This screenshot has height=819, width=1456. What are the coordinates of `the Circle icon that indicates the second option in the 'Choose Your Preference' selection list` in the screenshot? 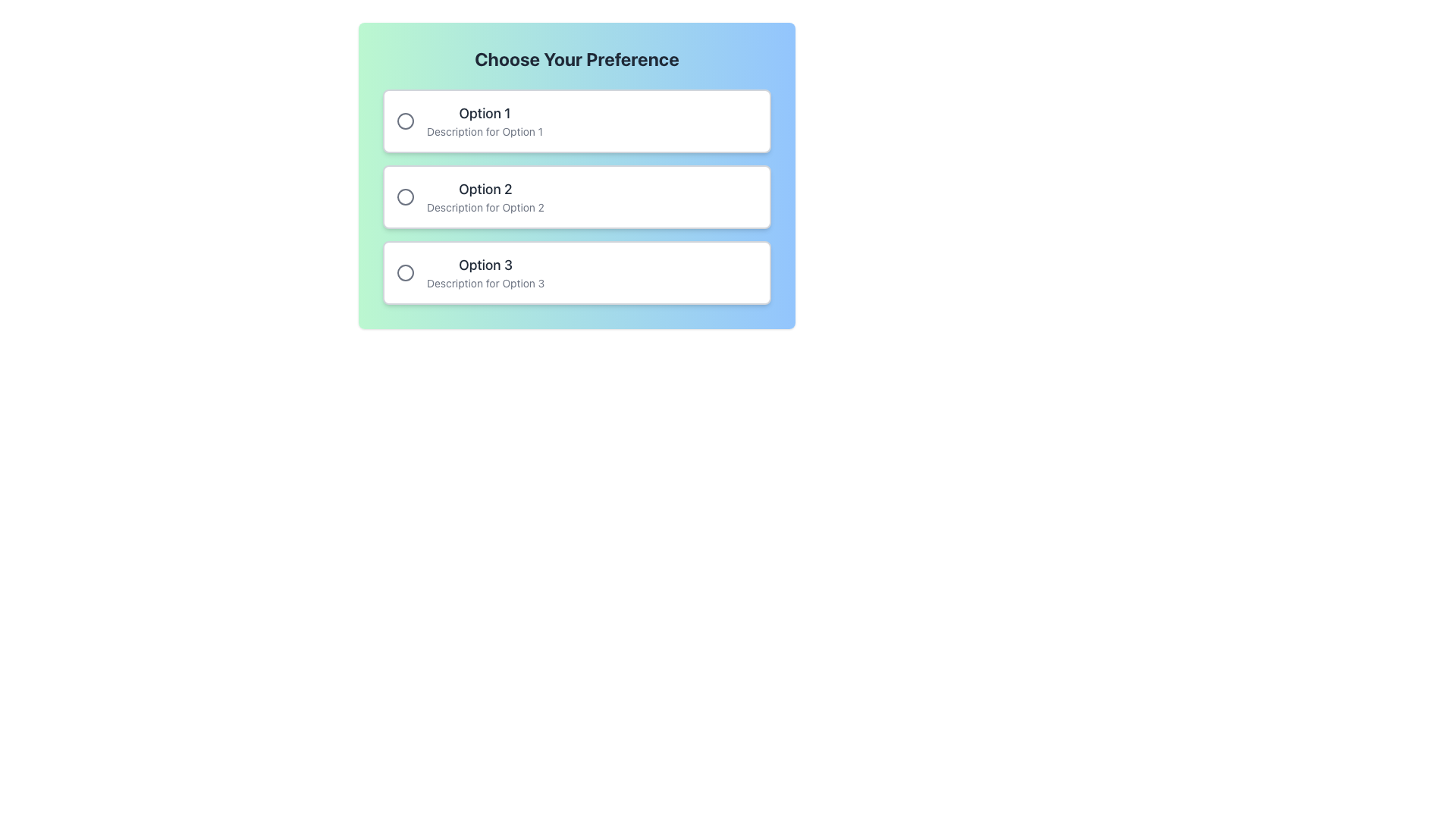 It's located at (405, 196).